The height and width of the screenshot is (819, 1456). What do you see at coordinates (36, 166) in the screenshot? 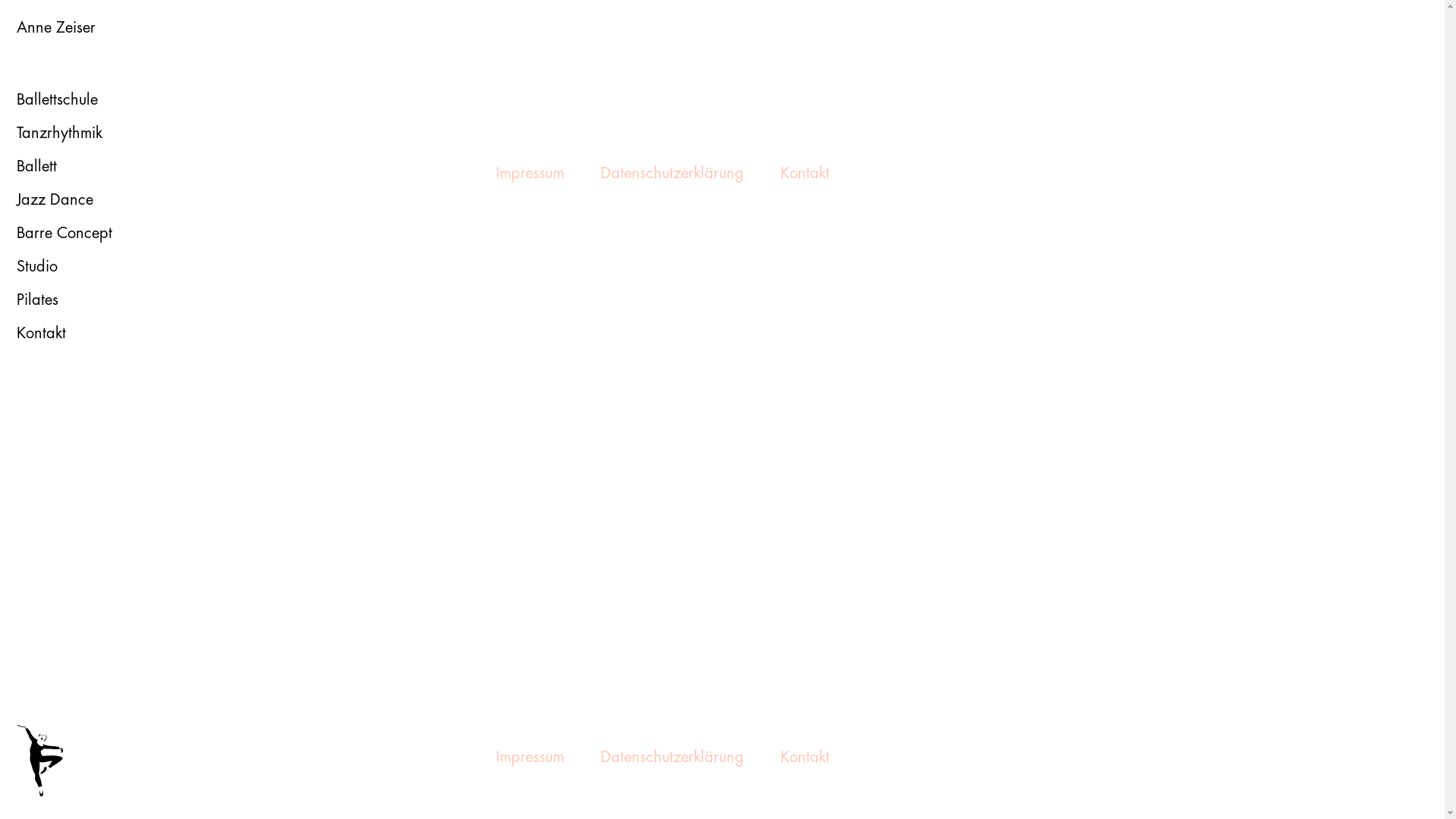
I see `'Ballett'` at bounding box center [36, 166].